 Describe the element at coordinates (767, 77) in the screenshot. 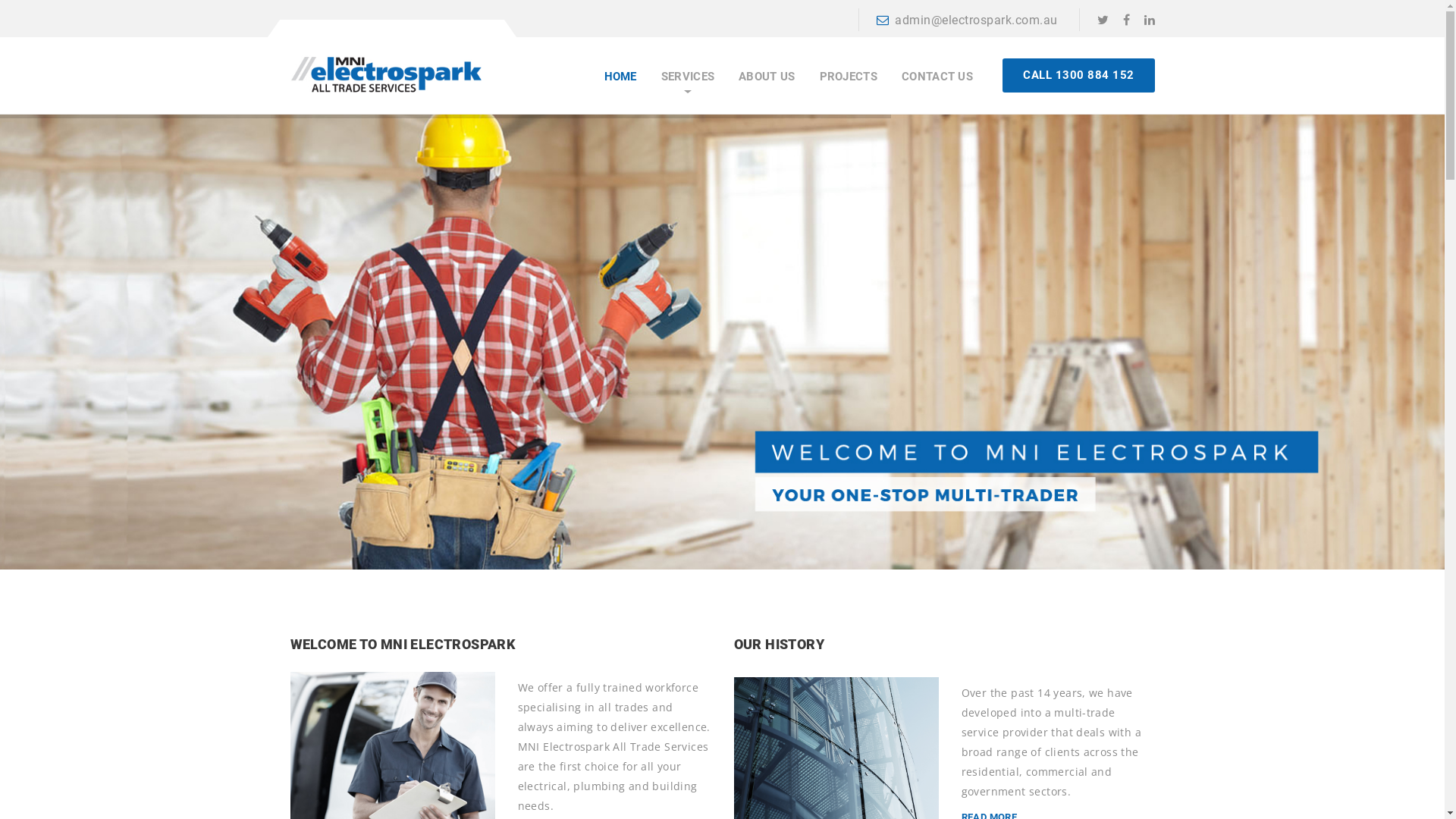

I see `'ABOUT US'` at that location.